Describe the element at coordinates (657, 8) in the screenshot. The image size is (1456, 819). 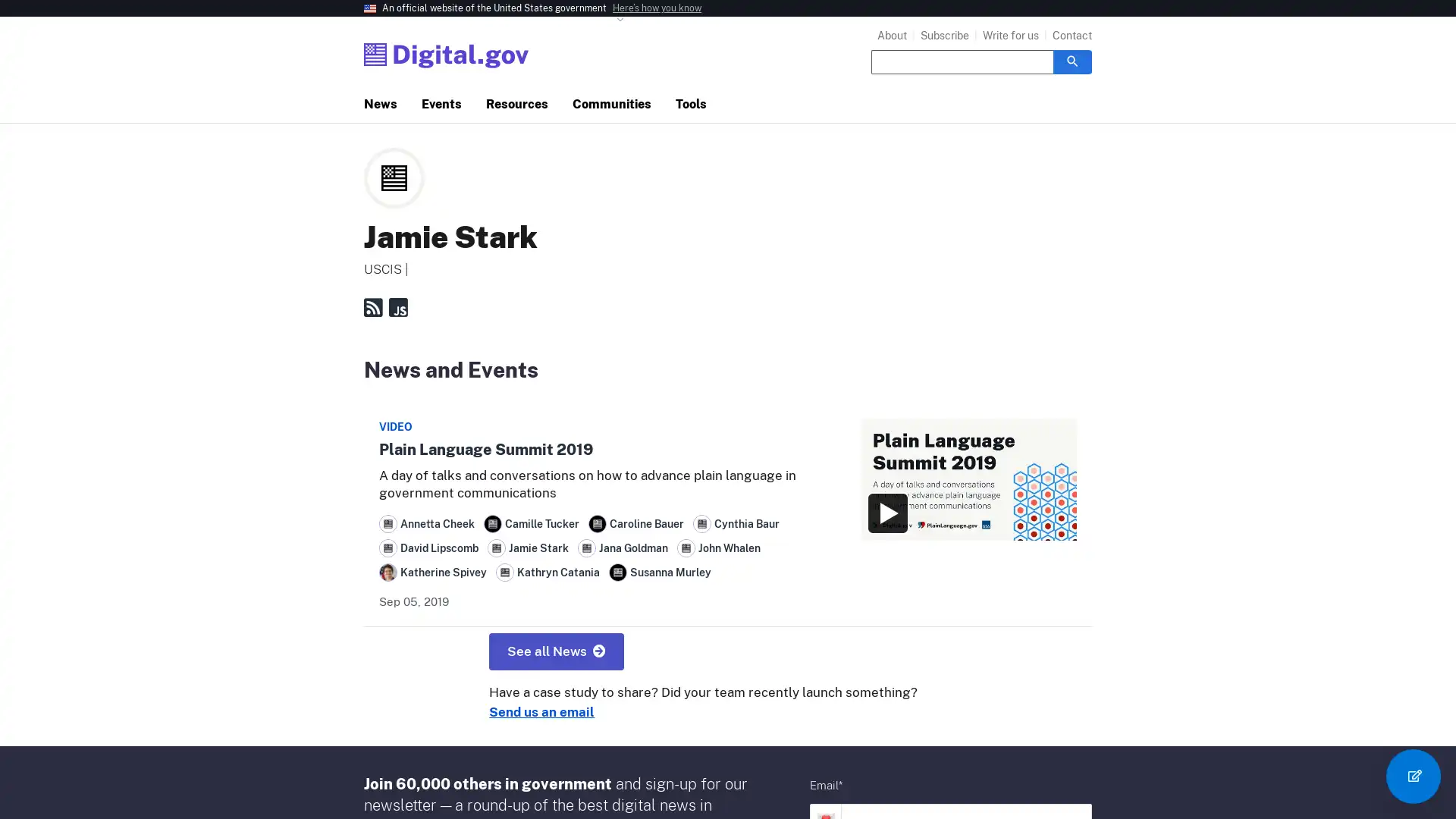
I see `Heres how you know` at that location.